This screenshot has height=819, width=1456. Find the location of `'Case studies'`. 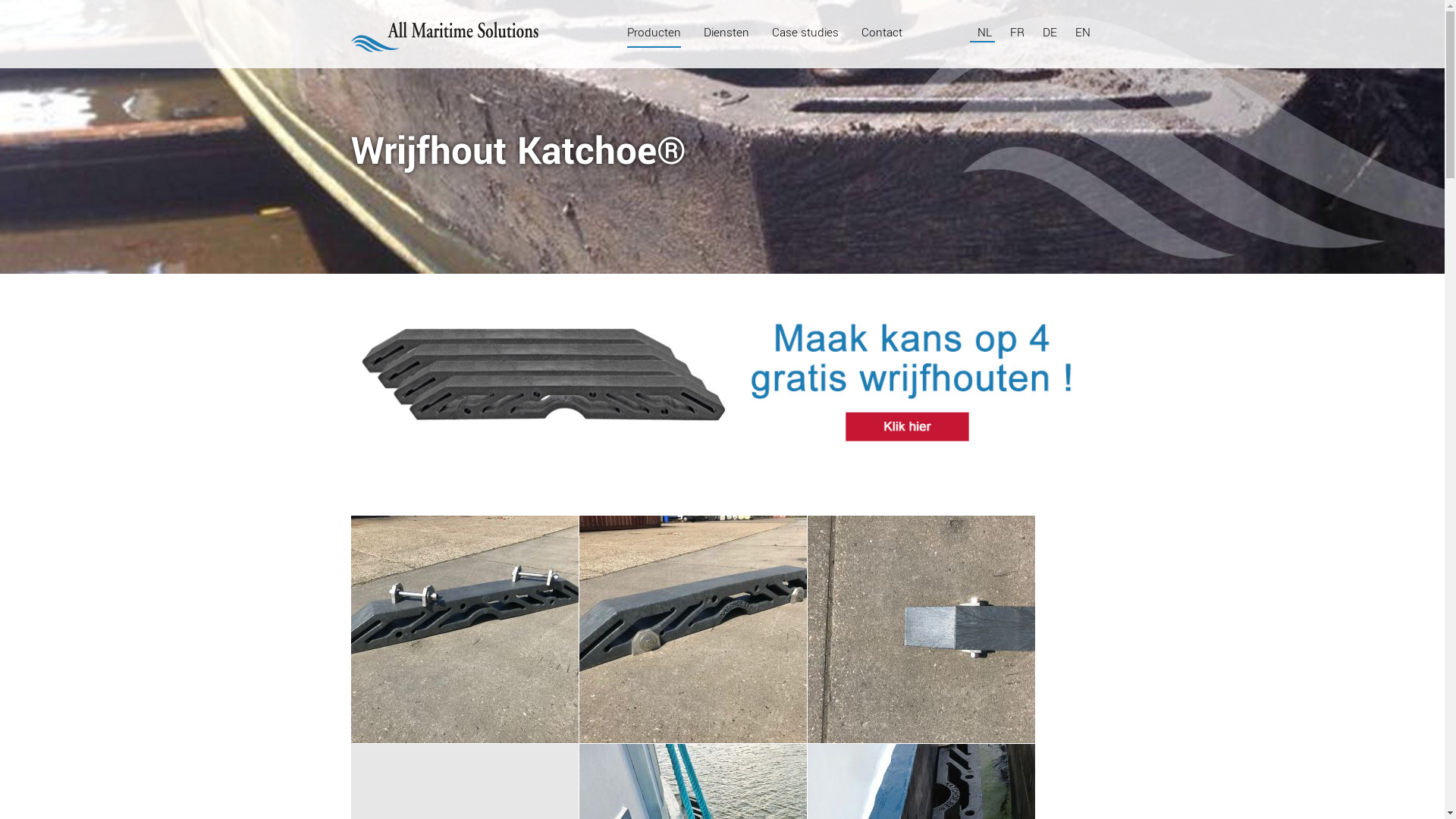

'Case studies' is located at coordinates (804, 32).